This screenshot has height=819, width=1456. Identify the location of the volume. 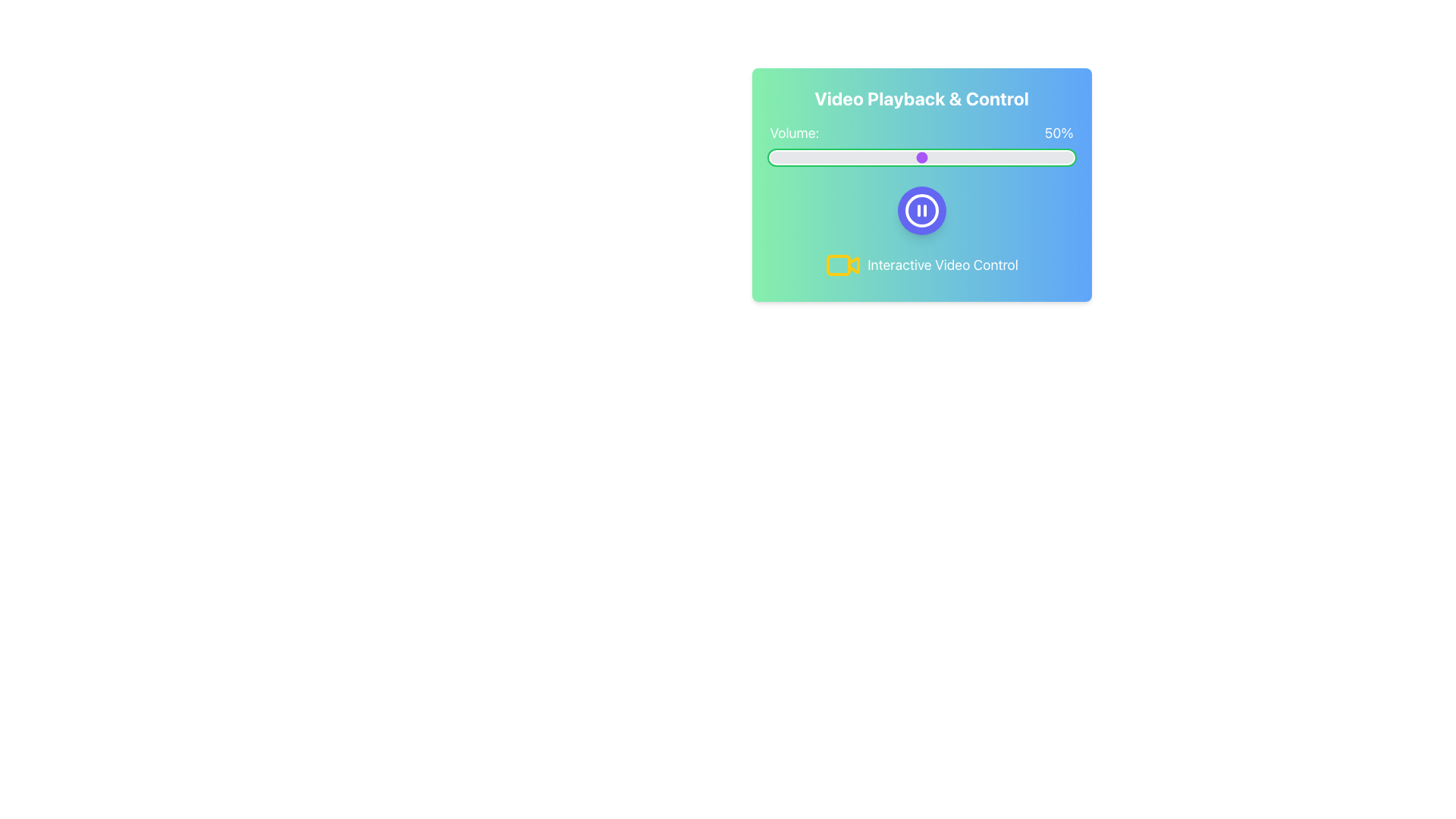
(1051, 158).